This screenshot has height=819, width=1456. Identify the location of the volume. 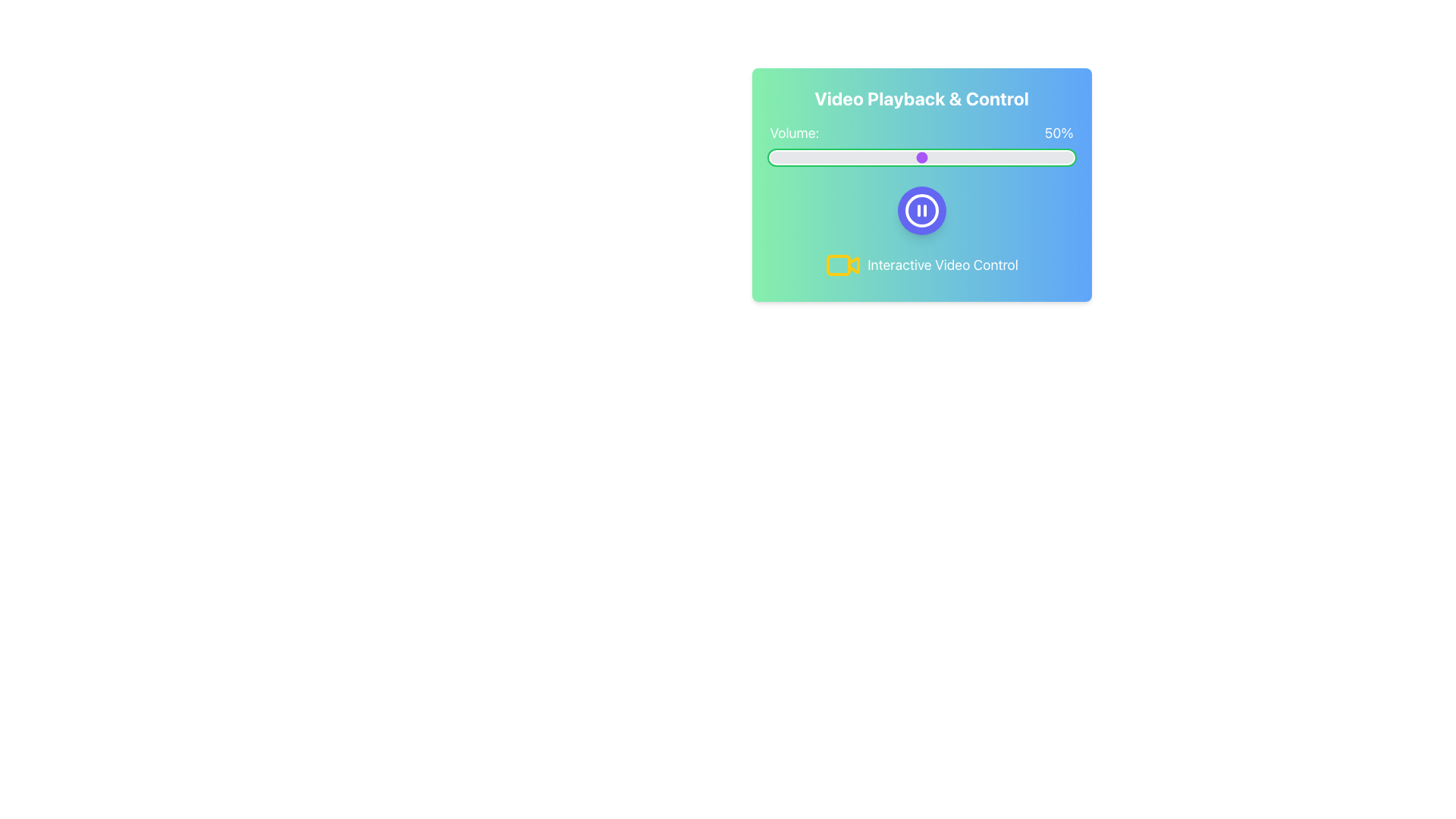
(1051, 158).